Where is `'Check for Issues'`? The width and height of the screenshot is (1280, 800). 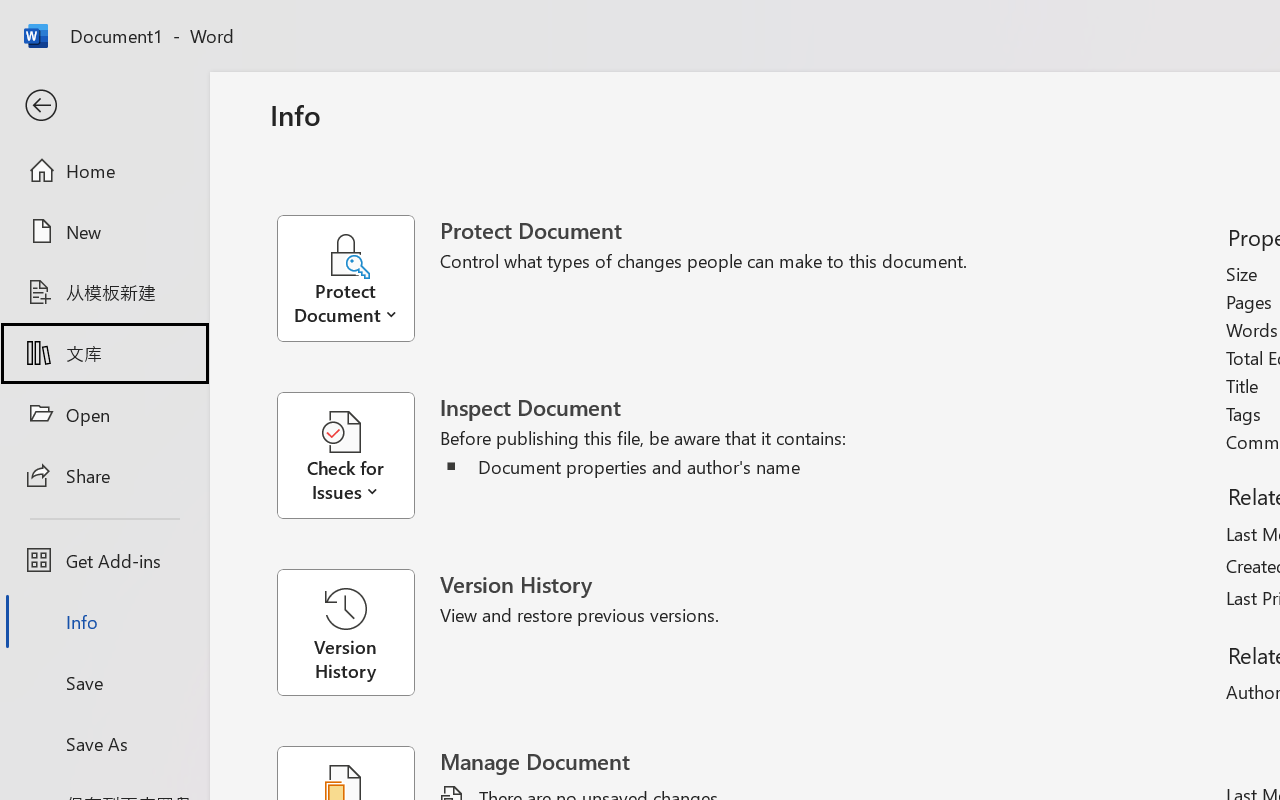
'Check for Issues' is located at coordinates (358, 454).